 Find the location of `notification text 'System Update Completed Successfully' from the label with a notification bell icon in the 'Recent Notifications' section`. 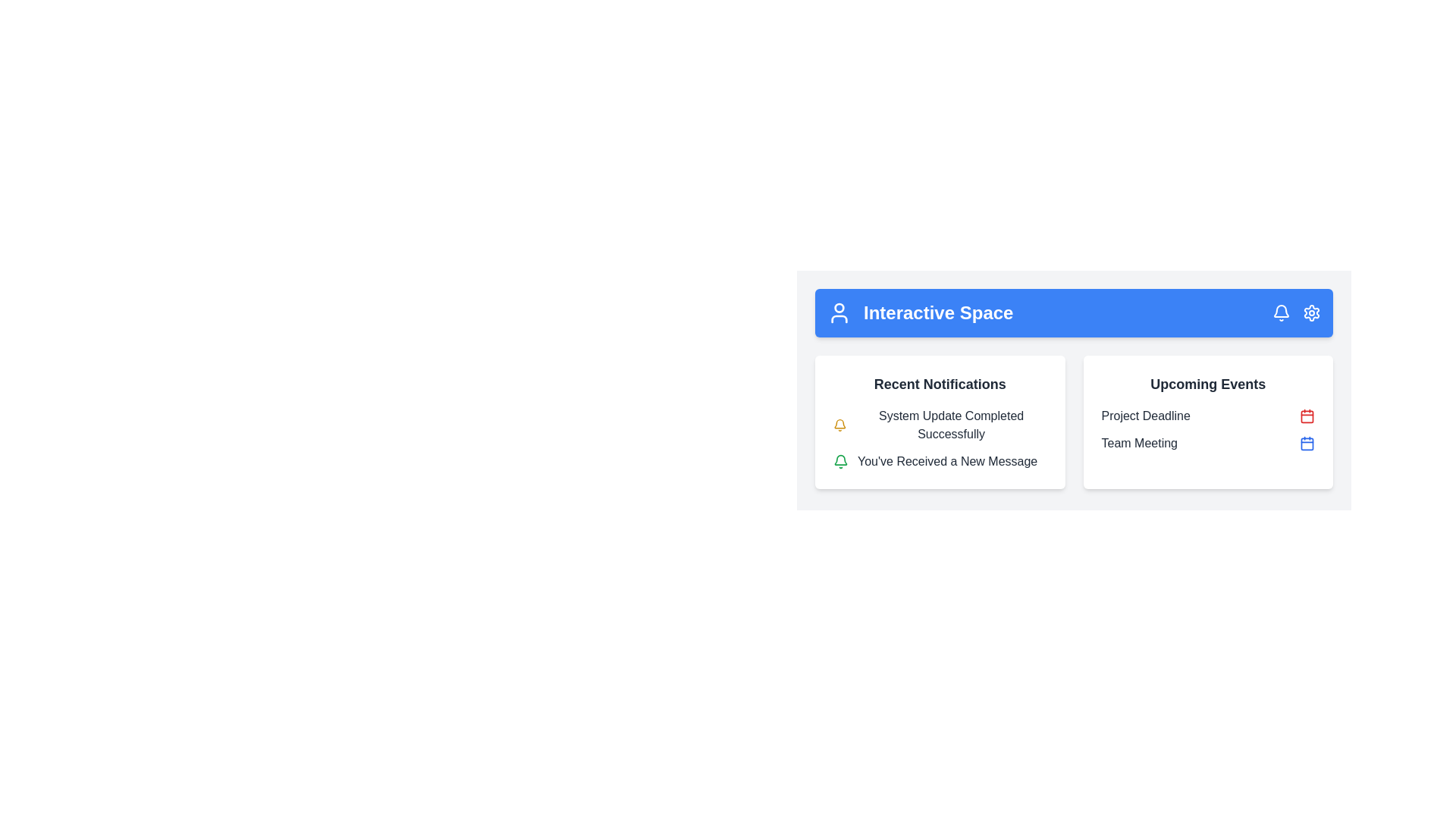

notification text 'System Update Completed Successfully' from the label with a notification bell icon in the 'Recent Notifications' section is located at coordinates (939, 425).